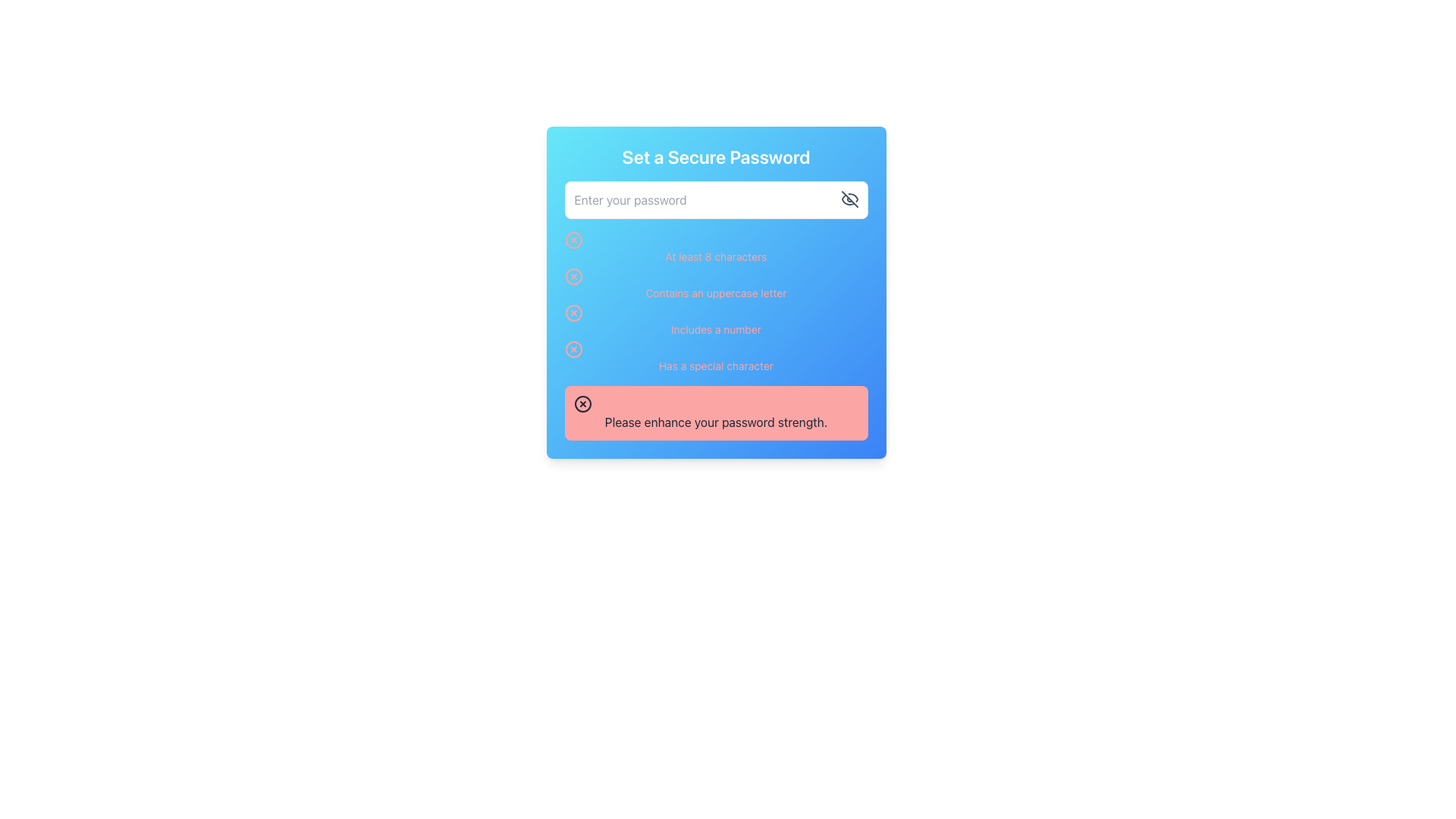 This screenshot has height=819, width=1456. Describe the element at coordinates (715, 247) in the screenshot. I see `the text element displaying 'At least 8 characters' with a red icon to the left, located just below the password input field in the password strength checker section` at that location.